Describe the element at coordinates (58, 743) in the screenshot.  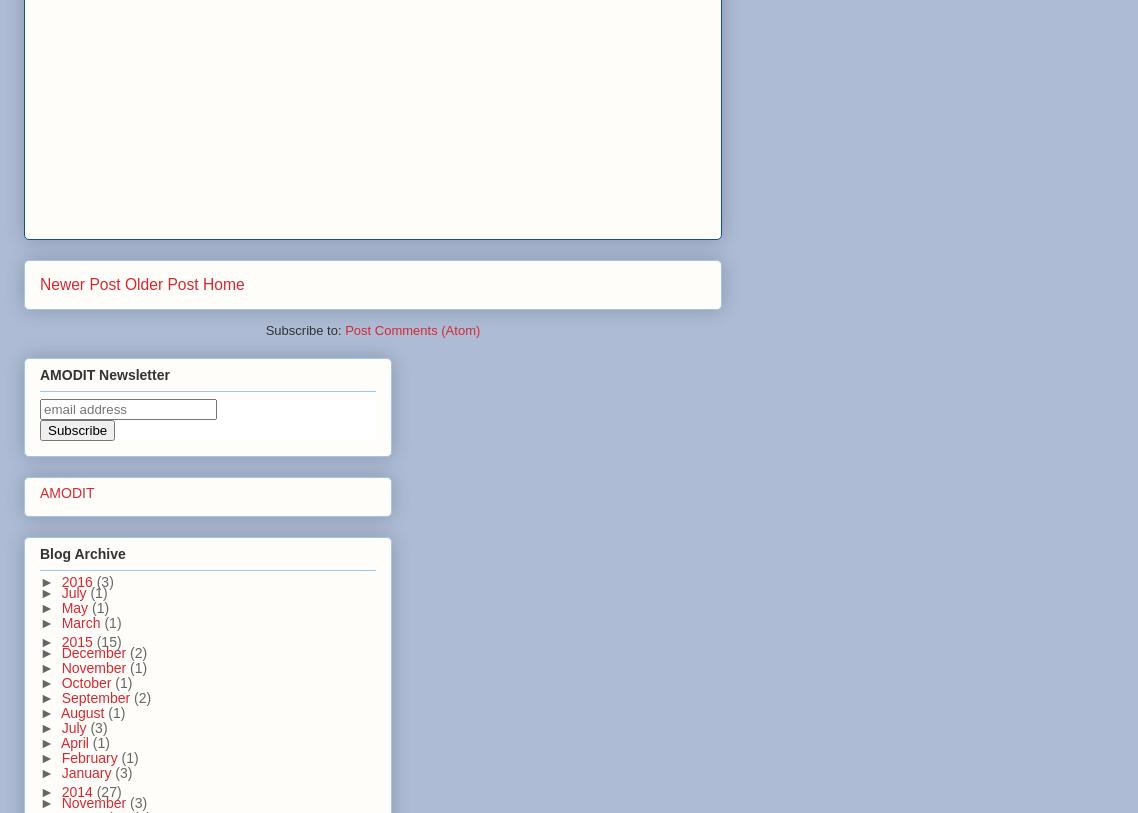
I see `'April'` at that location.